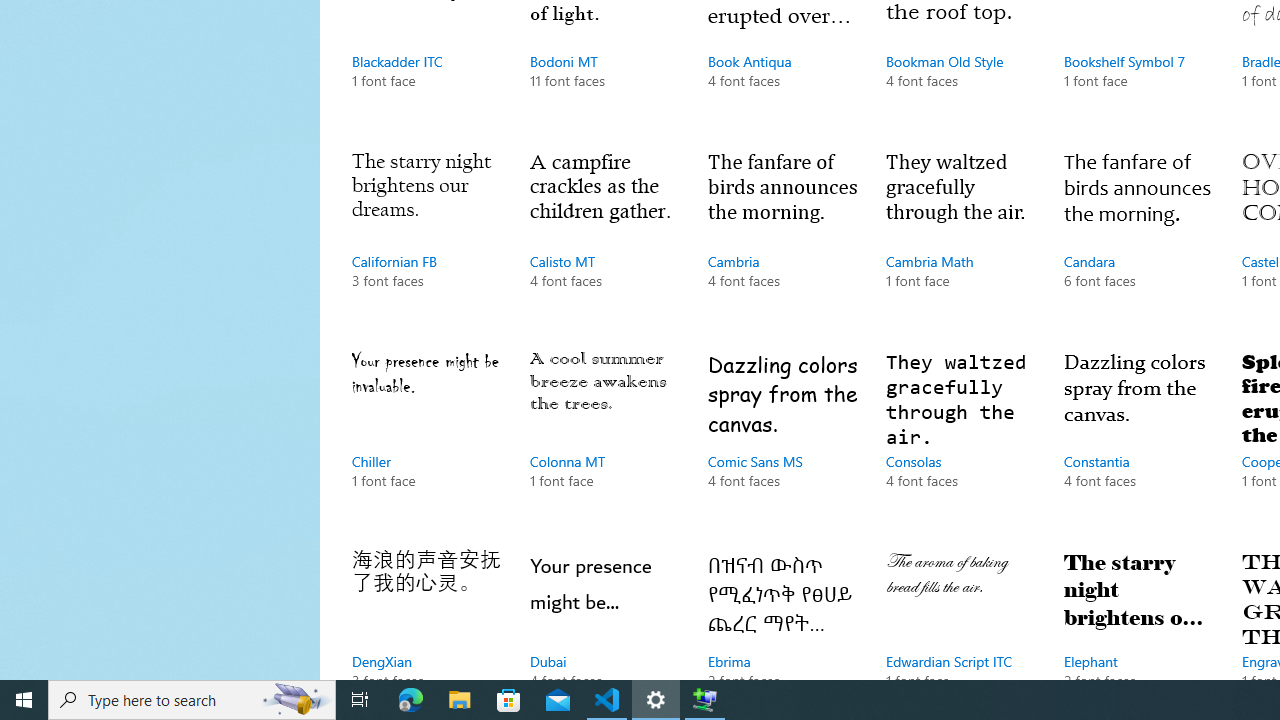 The image size is (1280, 720). Describe the element at coordinates (603, 438) in the screenshot. I see `'Colonna MT, 1 font face'` at that location.